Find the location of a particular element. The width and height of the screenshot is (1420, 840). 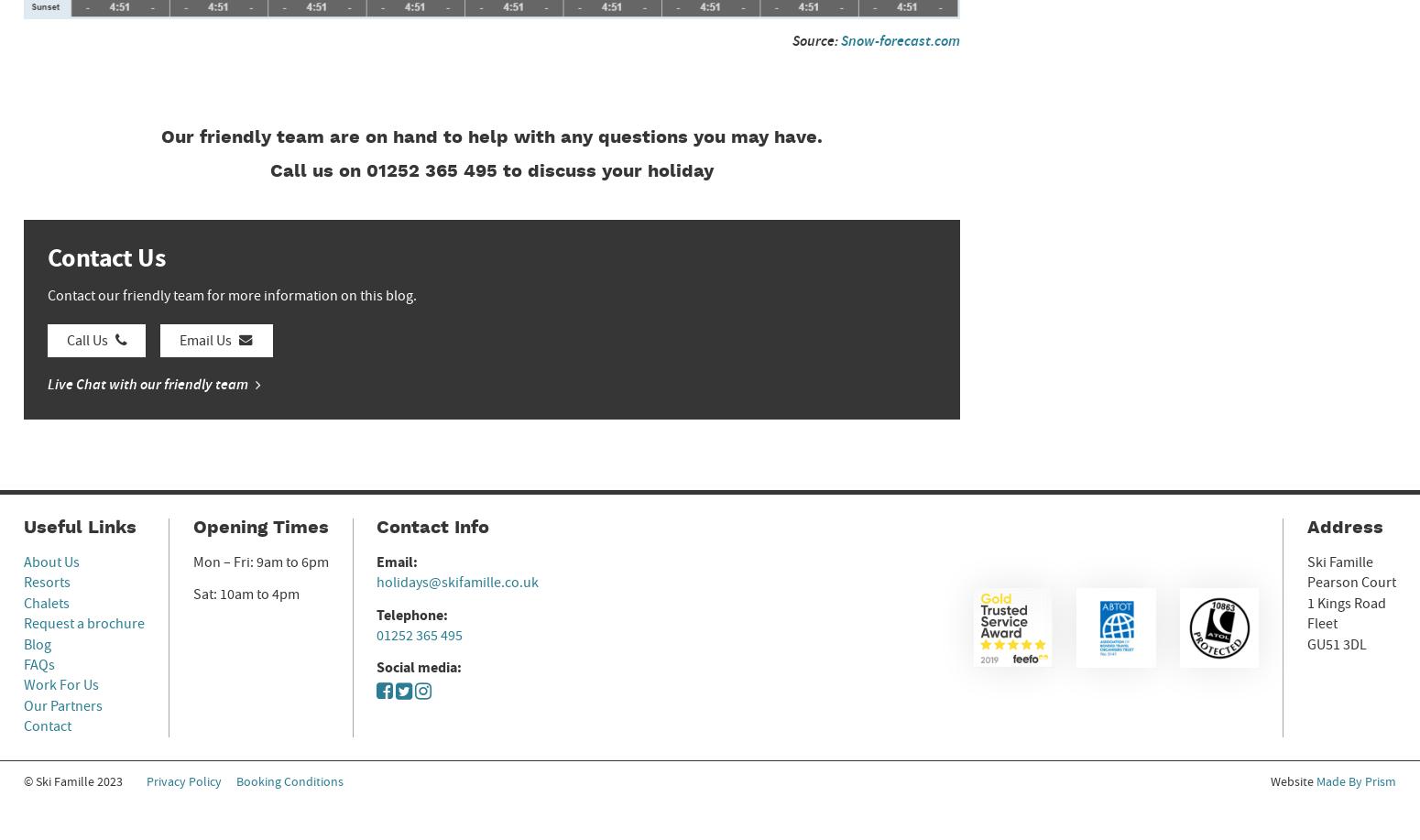

'Opening Times' is located at coordinates (259, 529).